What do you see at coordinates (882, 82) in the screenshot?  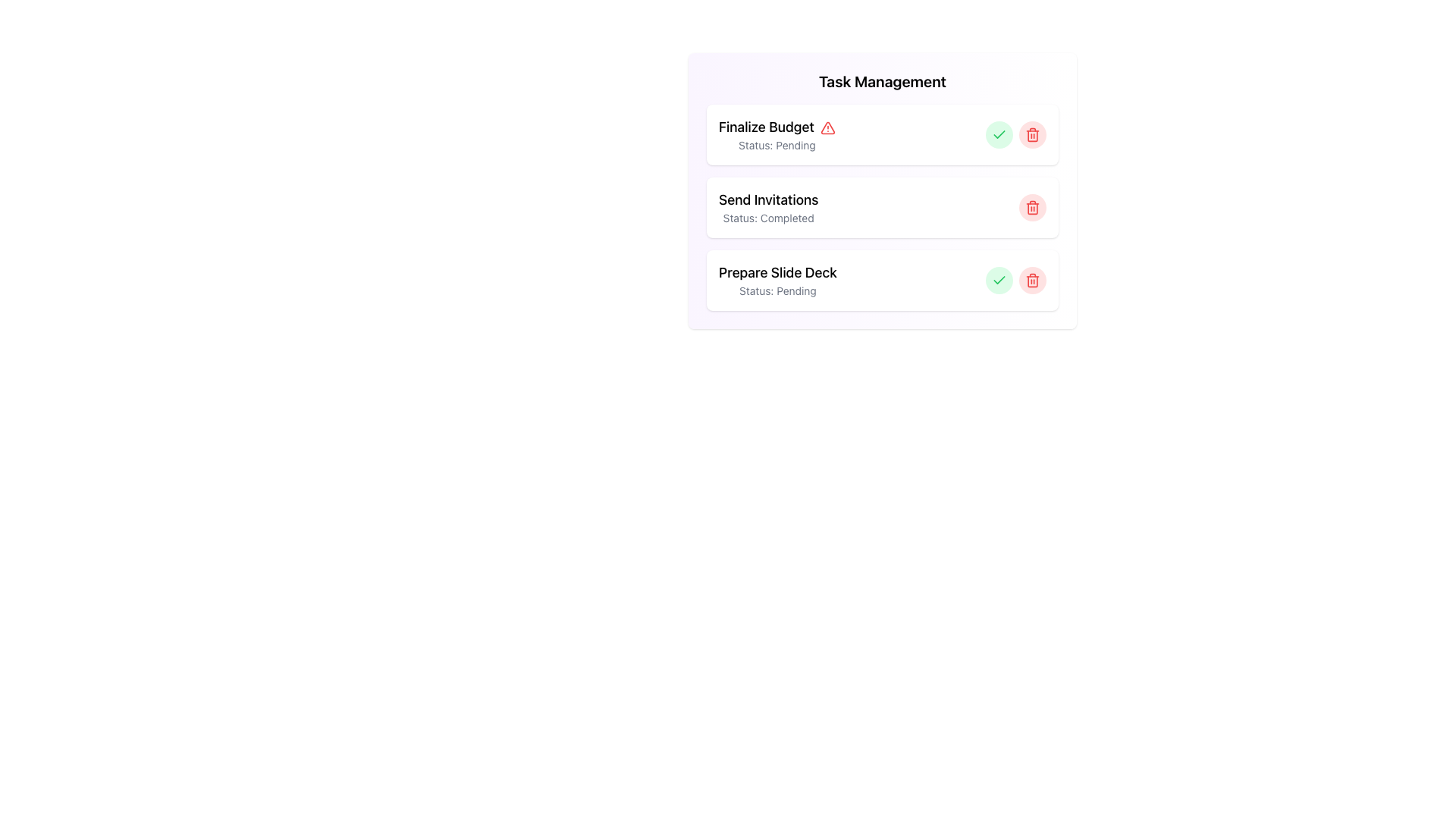 I see `text content of the heading element located at the top center of the task list panel, which provides an overview of the tasks` at bounding box center [882, 82].